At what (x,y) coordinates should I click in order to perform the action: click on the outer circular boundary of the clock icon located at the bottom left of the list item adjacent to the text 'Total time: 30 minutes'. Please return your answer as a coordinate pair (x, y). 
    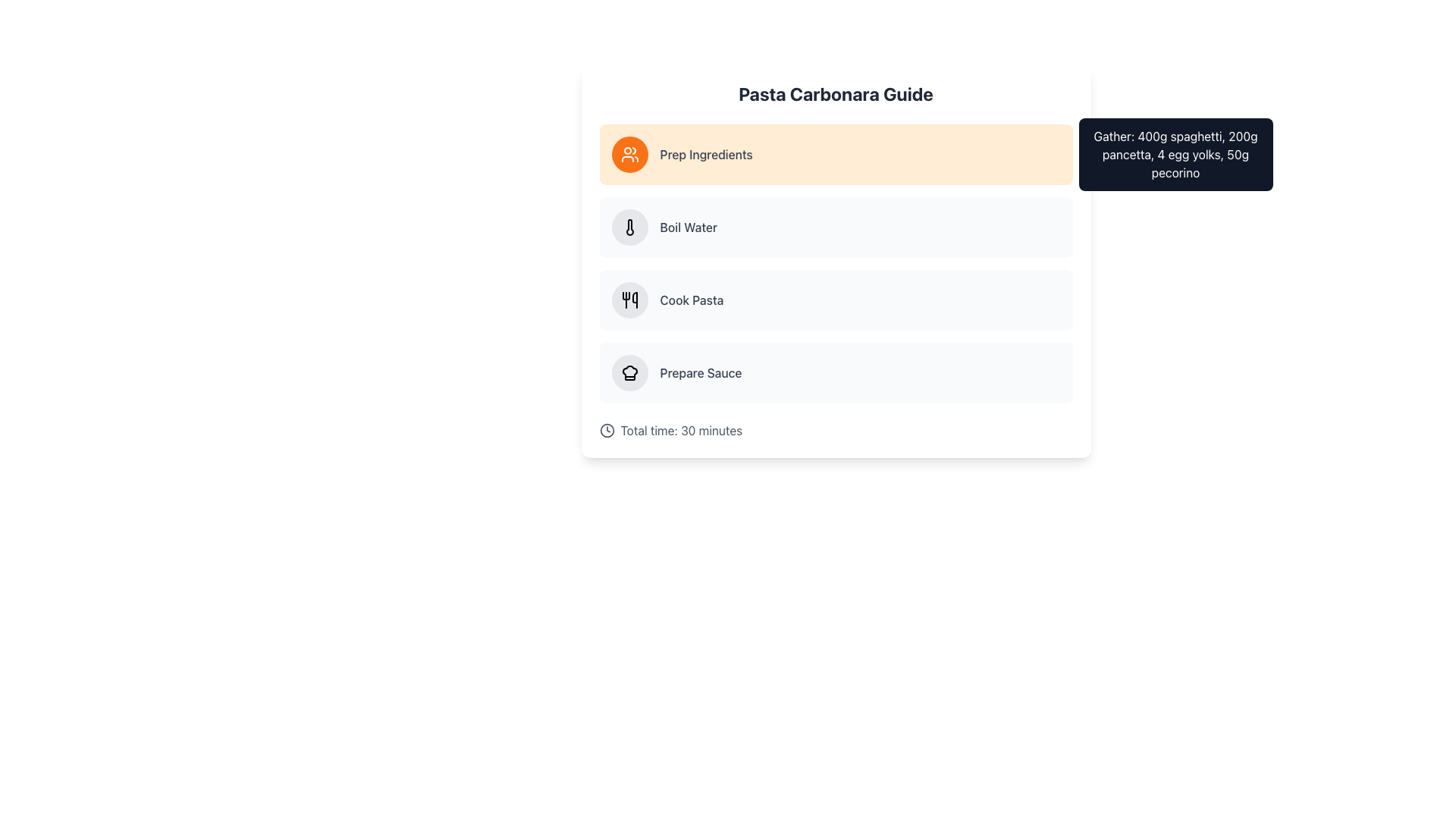
    Looking at the image, I should click on (607, 430).